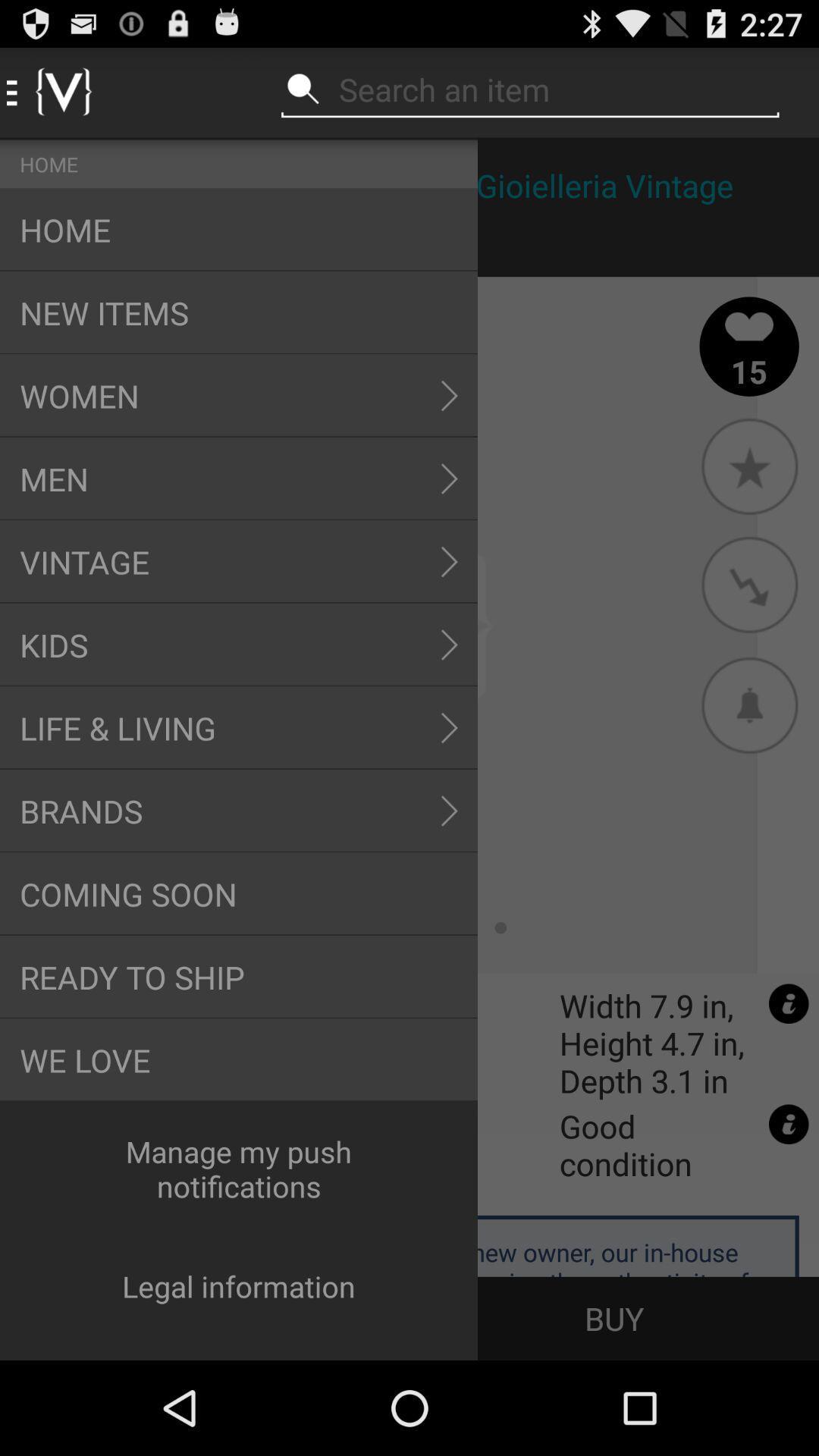 The width and height of the screenshot is (819, 1456). I want to click on the notifications icon, so click(748, 754).